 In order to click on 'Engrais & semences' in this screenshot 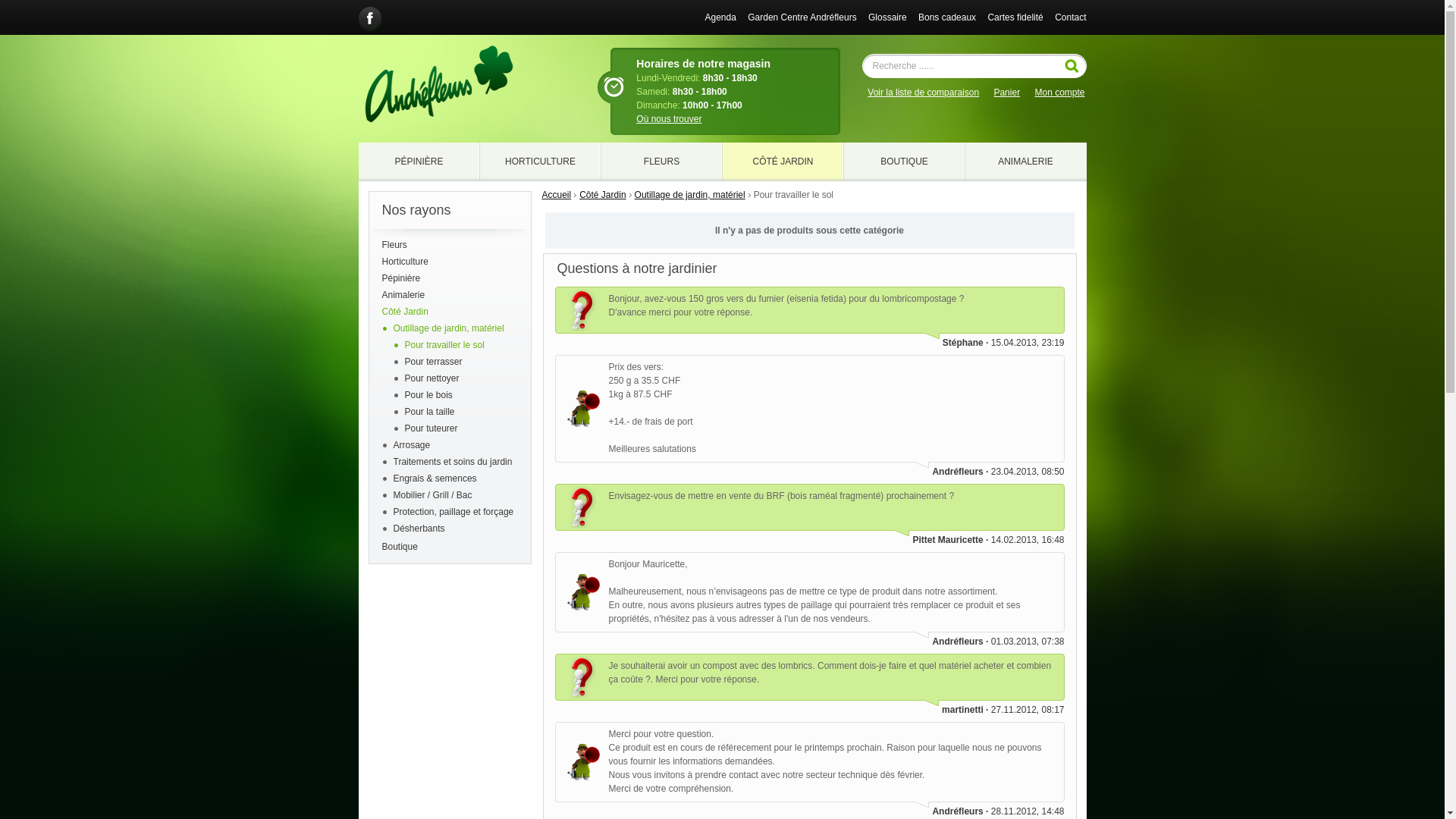, I will do `click(433, 479)`.